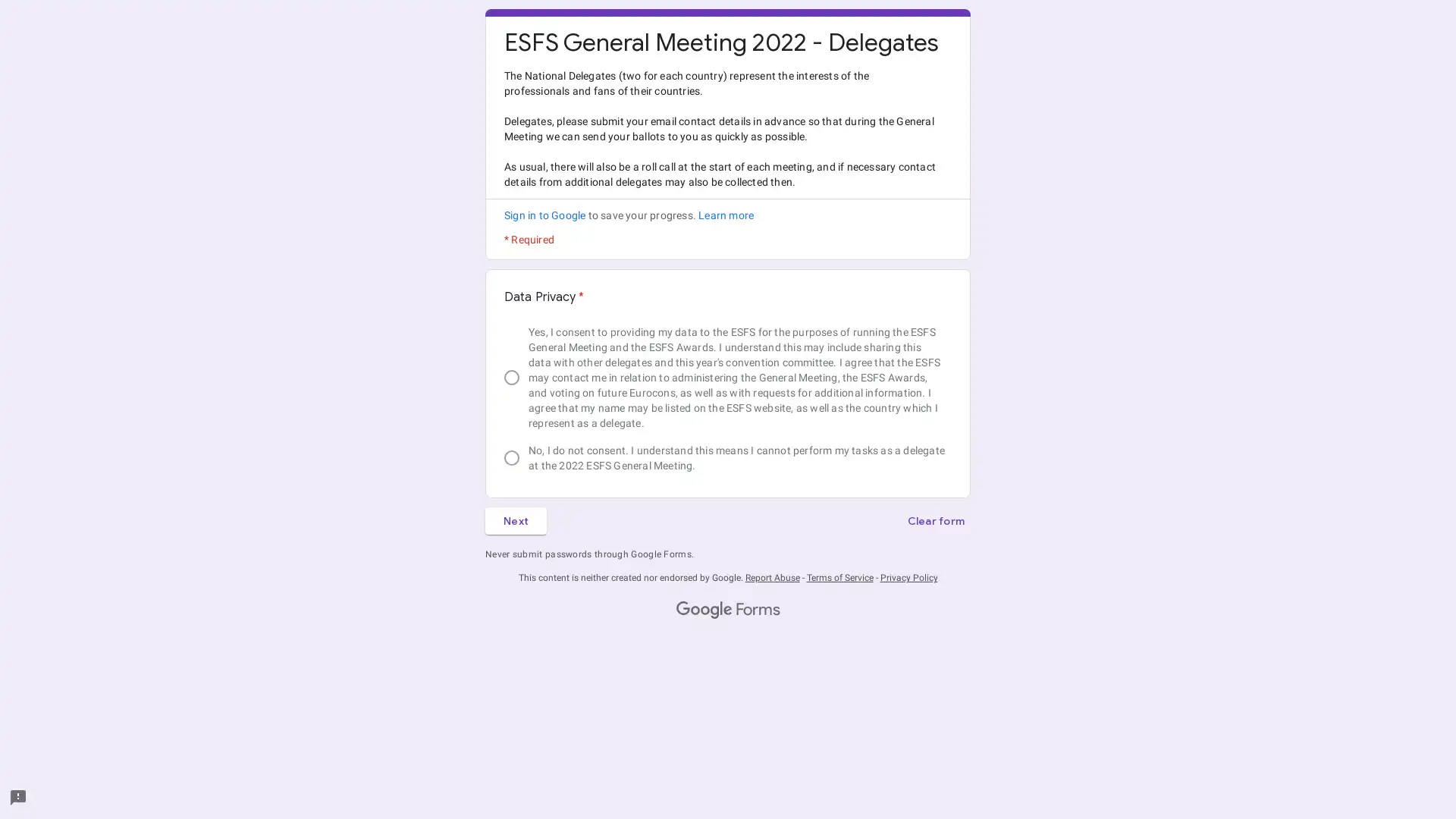 This screenshot has height=819, width=1456. I want to click on Learn more, so click(725, 215).